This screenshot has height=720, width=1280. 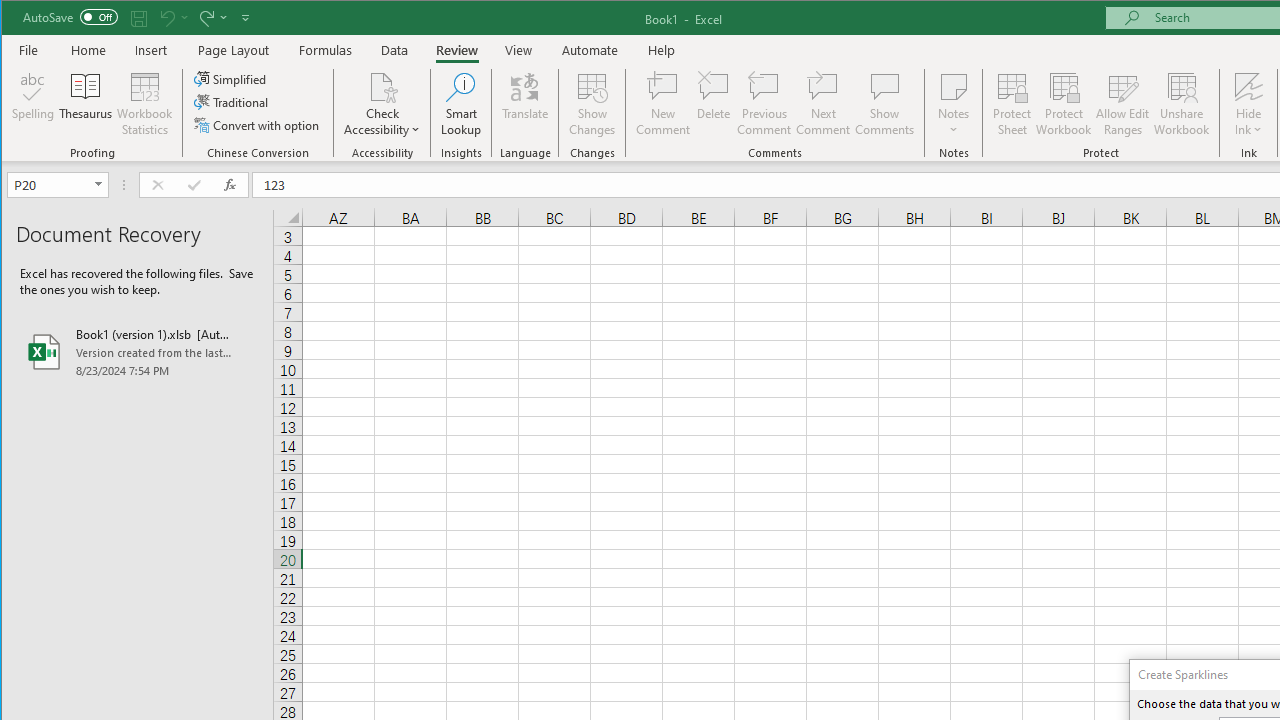 What do you see at coordinates (138, 17) in the screenshot?
I see `'Save'` at bounding box center [138, 17].